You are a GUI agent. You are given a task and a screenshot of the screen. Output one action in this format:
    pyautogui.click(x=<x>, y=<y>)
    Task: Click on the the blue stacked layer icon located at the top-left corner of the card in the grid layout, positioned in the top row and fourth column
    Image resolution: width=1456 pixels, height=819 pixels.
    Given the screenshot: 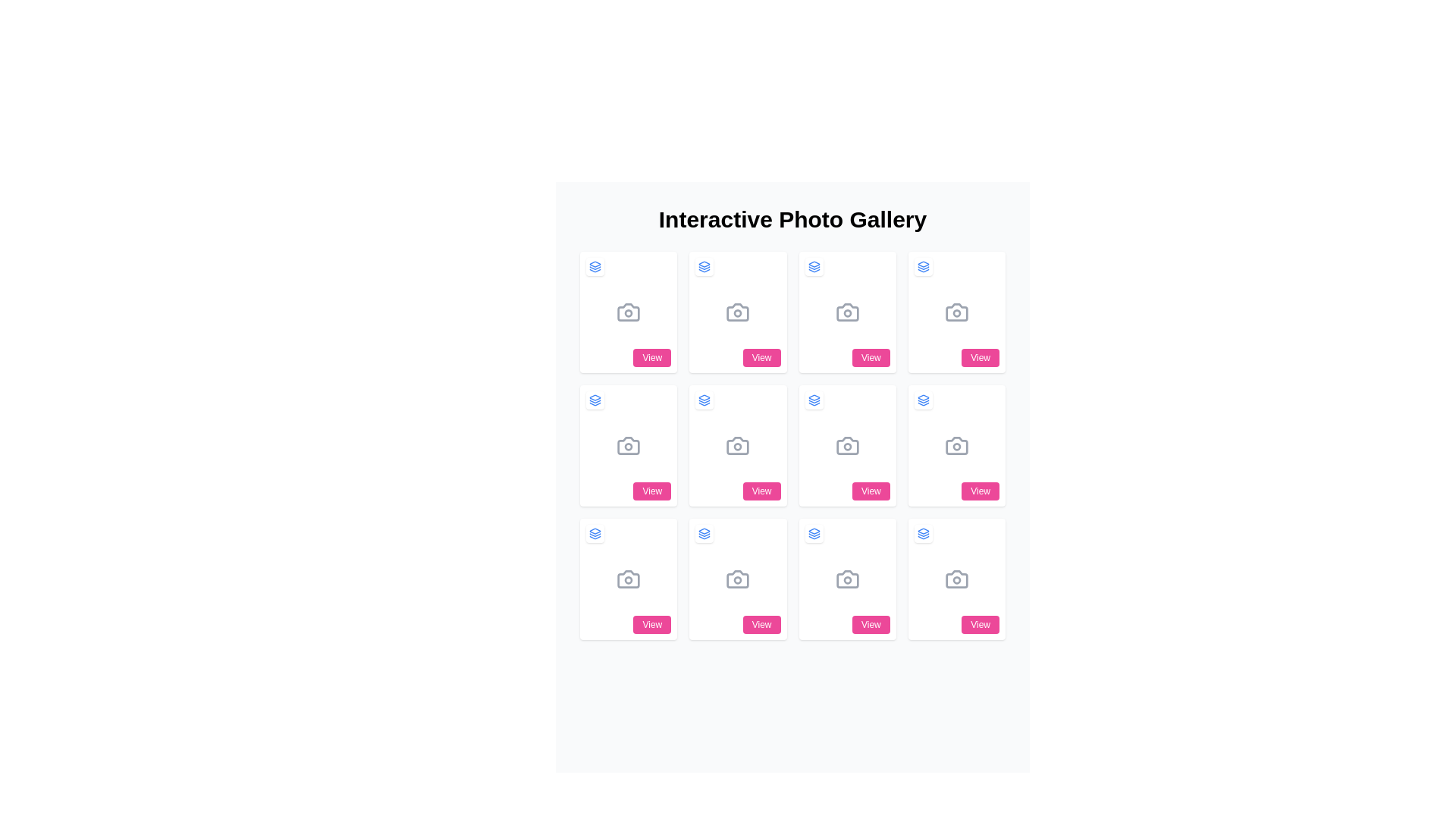 What is the action you would take?
    pyautogui.click(x=922, y=265)
    